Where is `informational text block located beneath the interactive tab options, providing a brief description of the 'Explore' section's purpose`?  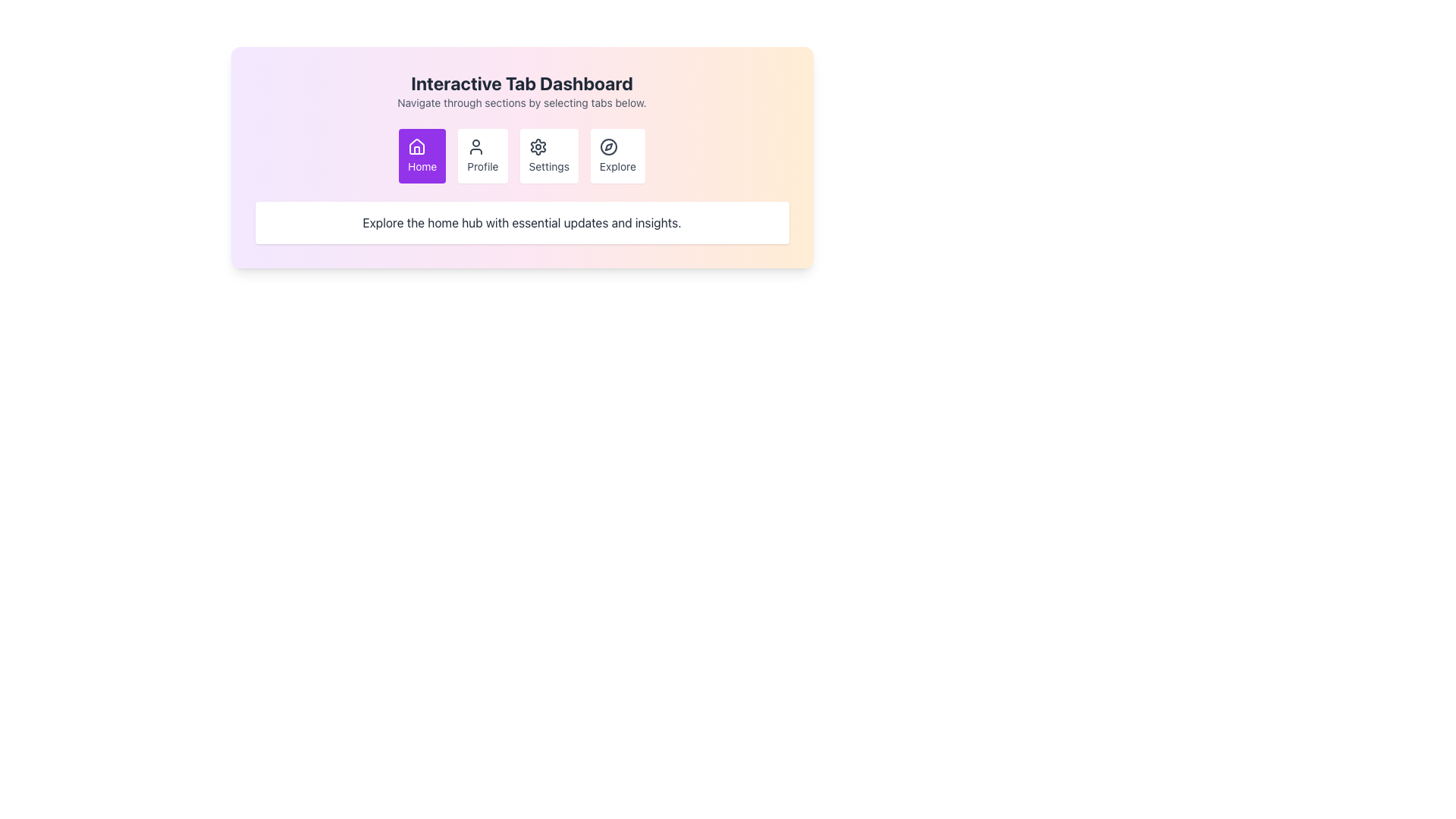 informational text block located beneath the interactive tab options, providing a brief description of the 'Explore' section's purpose is located at coordinates (522, 222).